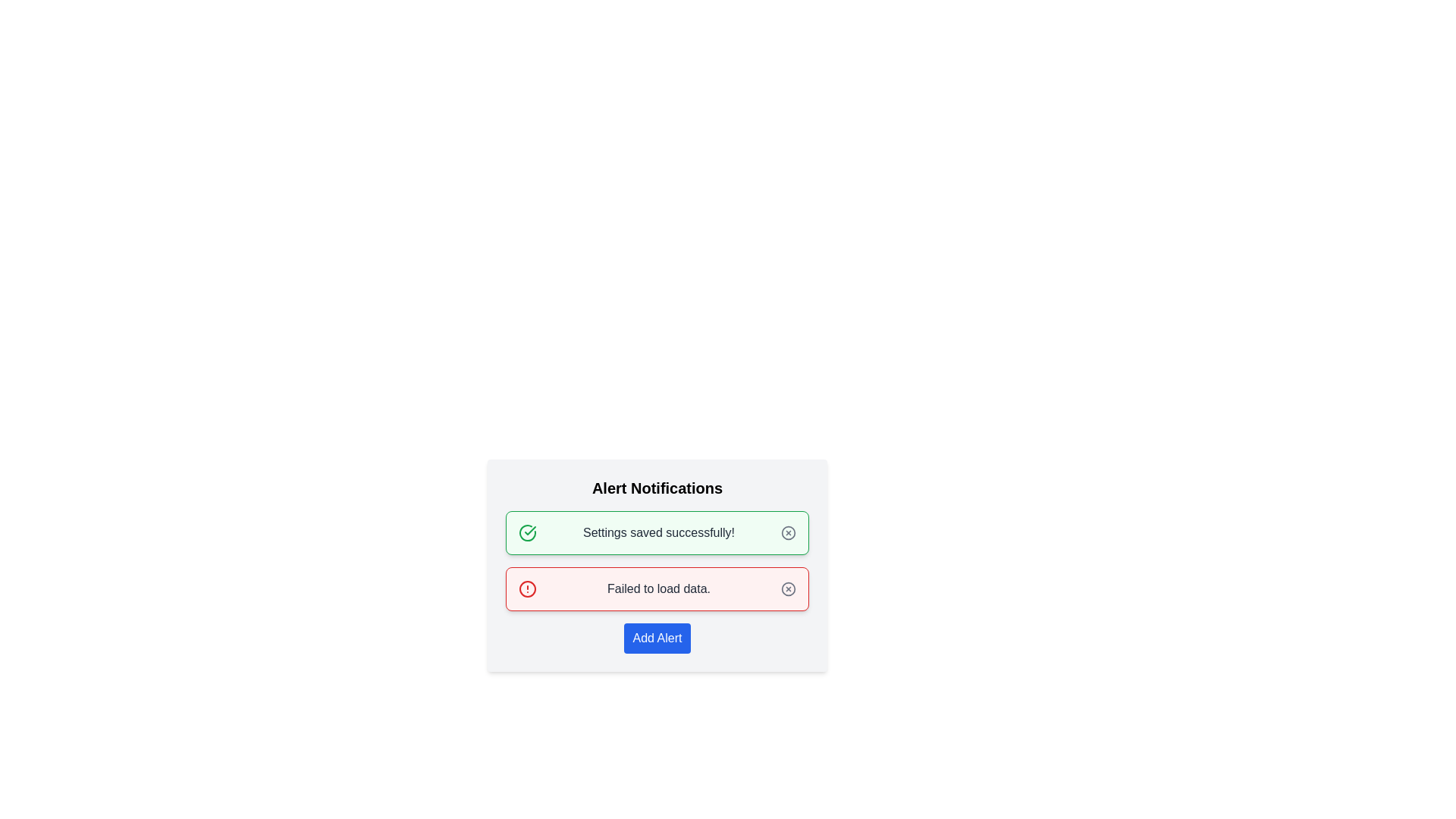 This screenshot has height=819, width=1456. What do you see at coordinates (528, 532) in the screenshot?
I see `the circular green checkmark icon indicating a success state, located at the beginning of the alert box with the message 'Settings saved successfully!'` at bounding box center [528, 532].